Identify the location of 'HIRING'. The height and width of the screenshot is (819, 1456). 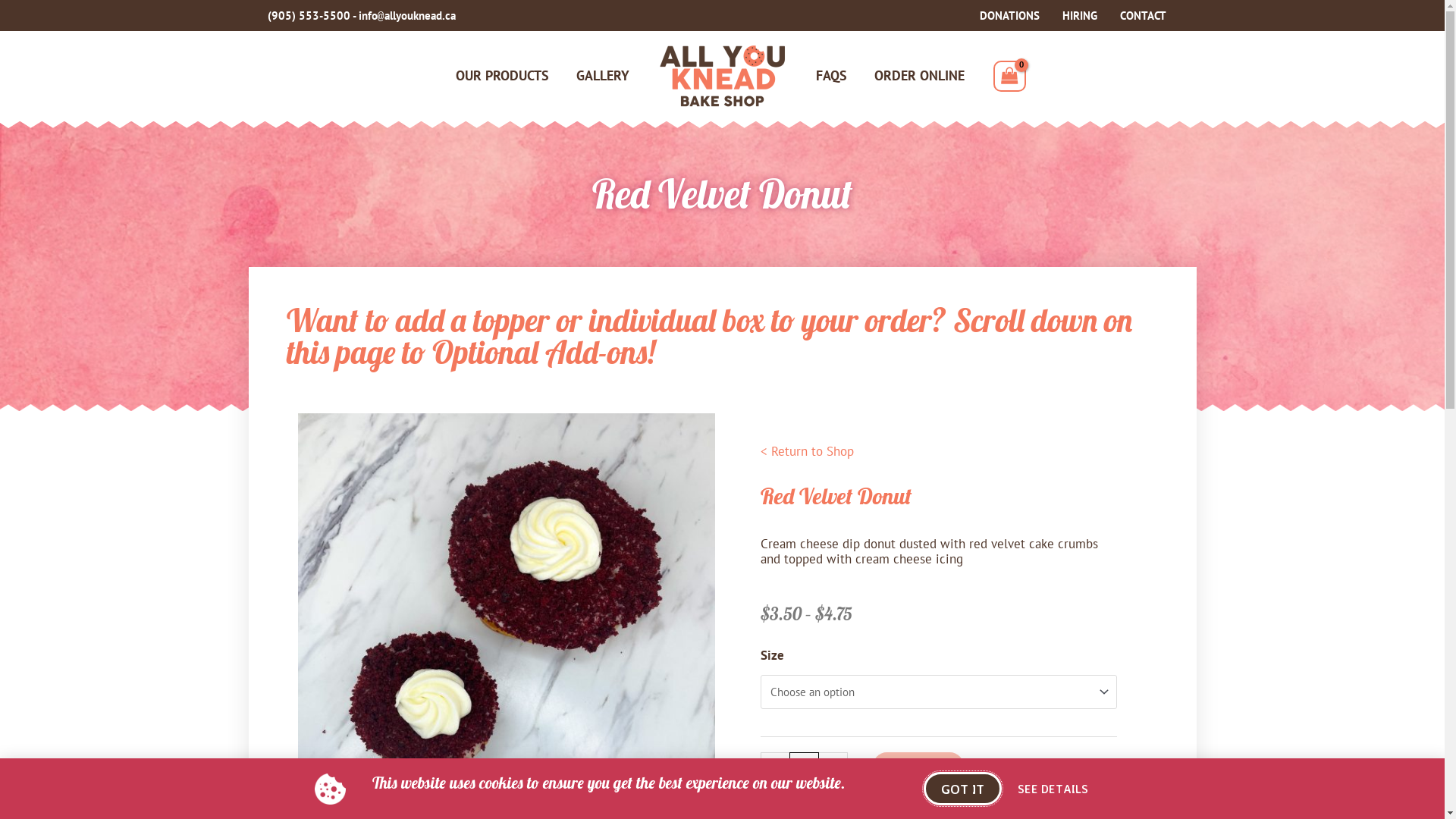
(1079, 15).